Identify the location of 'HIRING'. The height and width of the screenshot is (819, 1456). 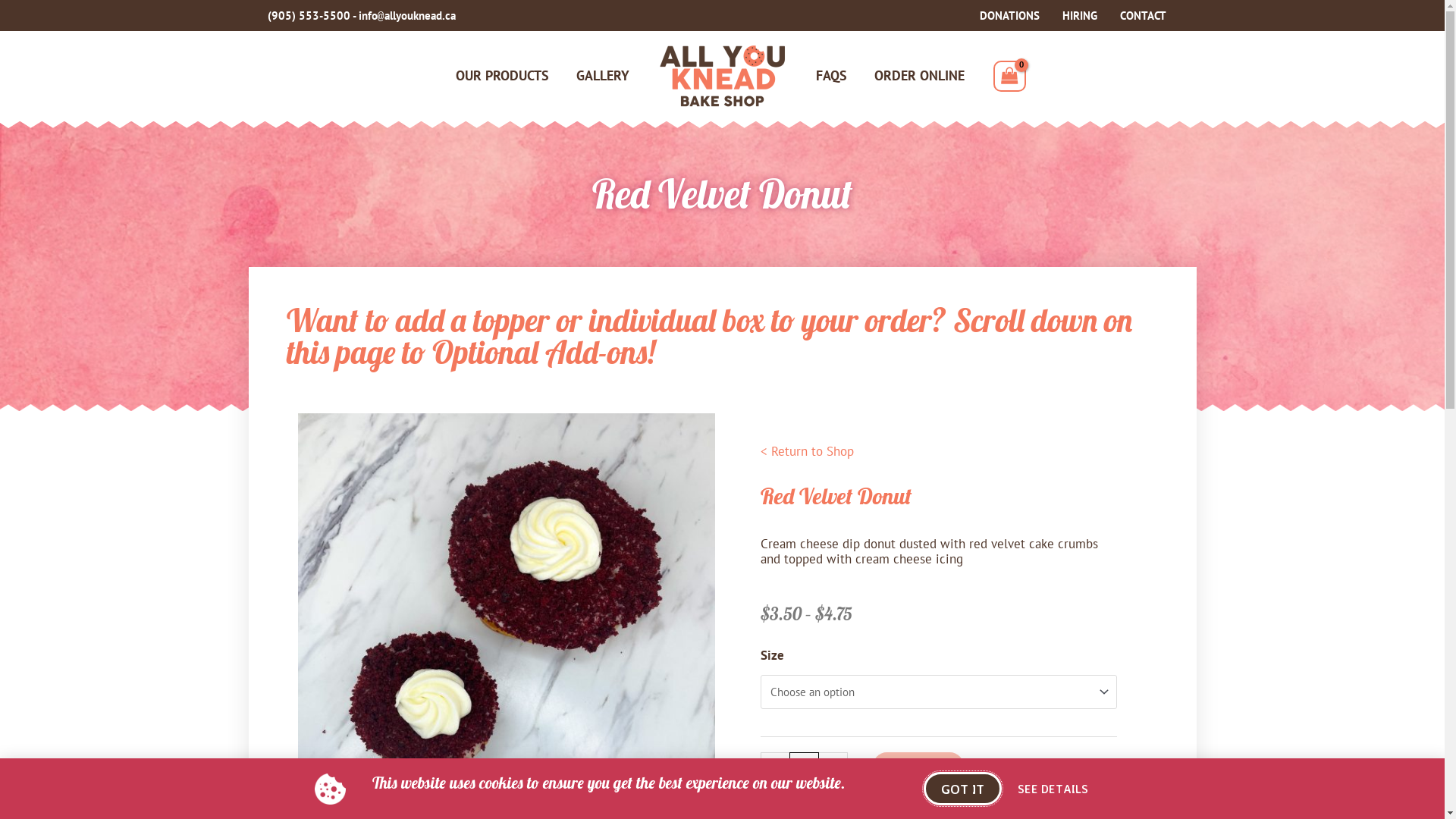
(1079, 15).